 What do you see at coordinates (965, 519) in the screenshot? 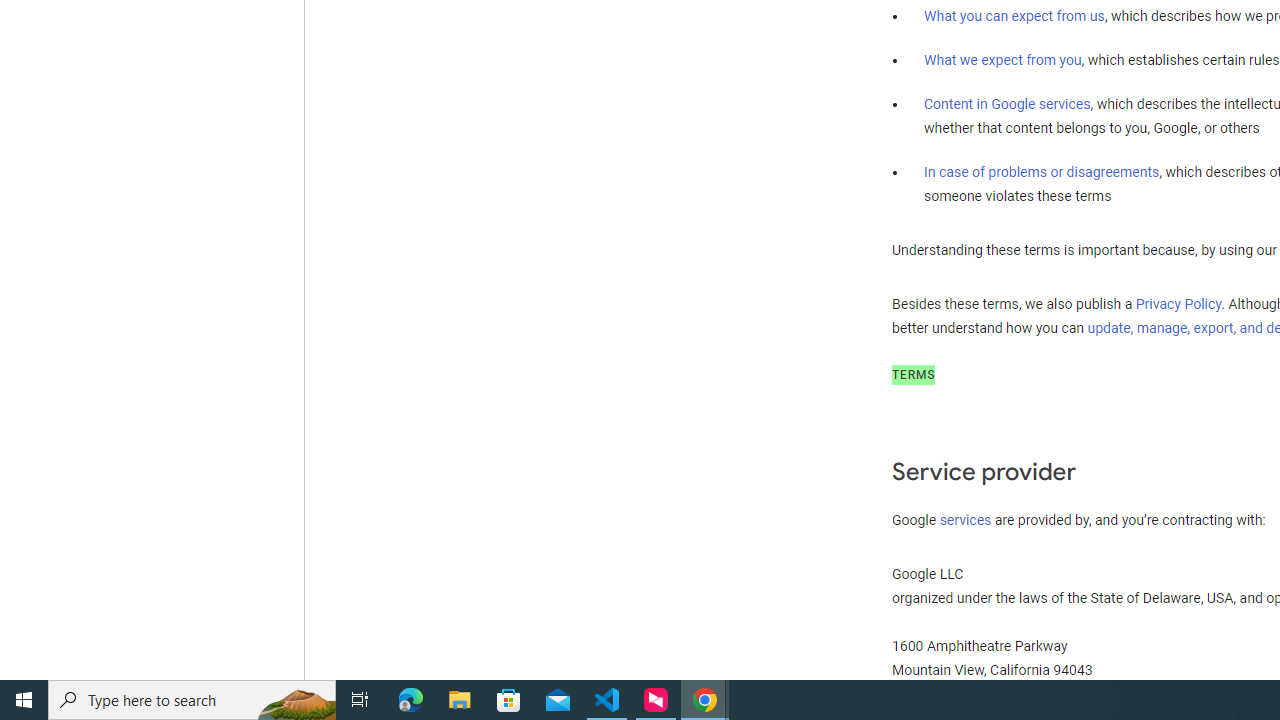
I see `'services'` at bounding box center [965, 519].